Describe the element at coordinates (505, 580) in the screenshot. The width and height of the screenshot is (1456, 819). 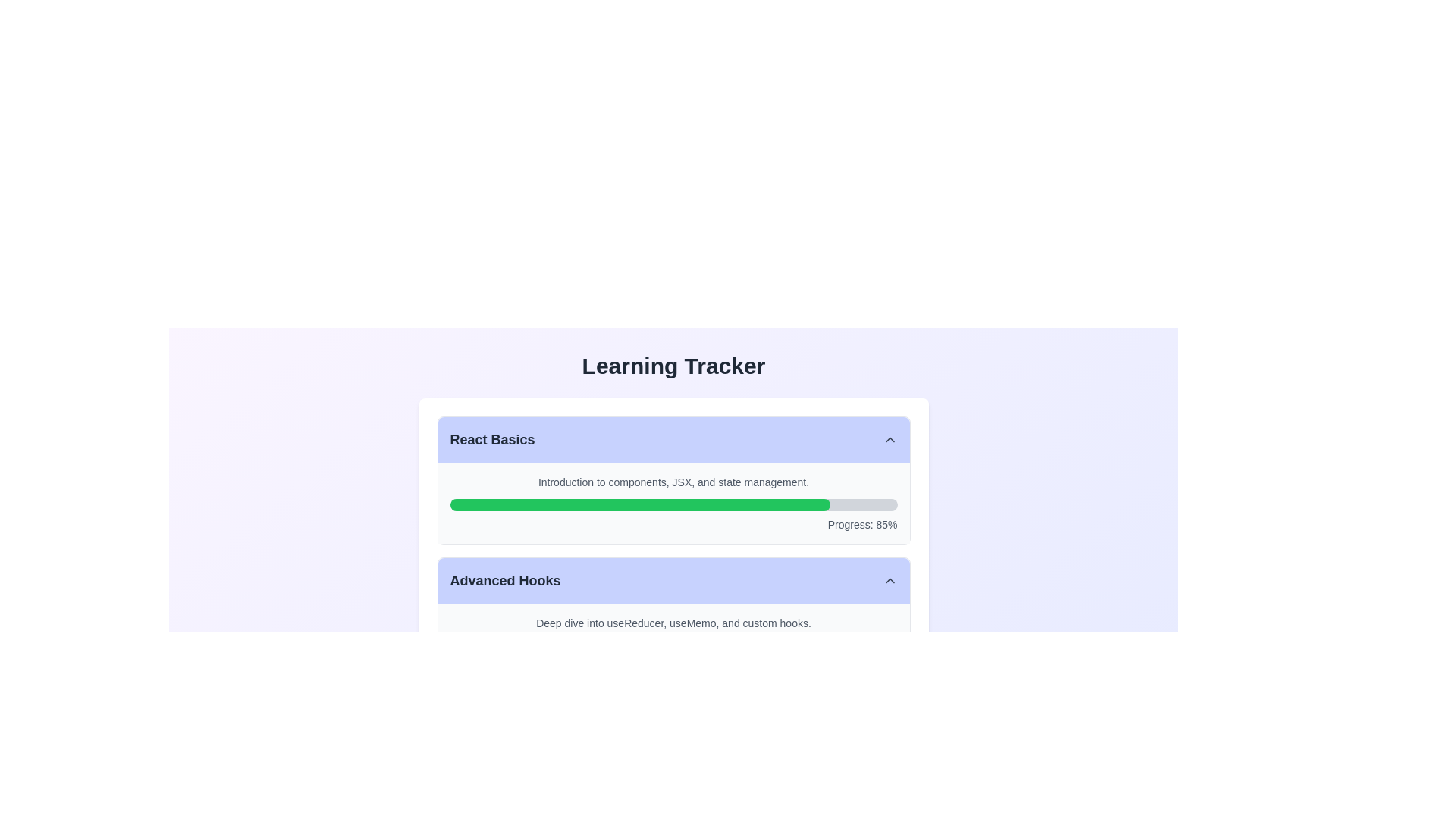
I see `the header text label located in the left section of the lavender-colored area for accessibility purposes` at that location.